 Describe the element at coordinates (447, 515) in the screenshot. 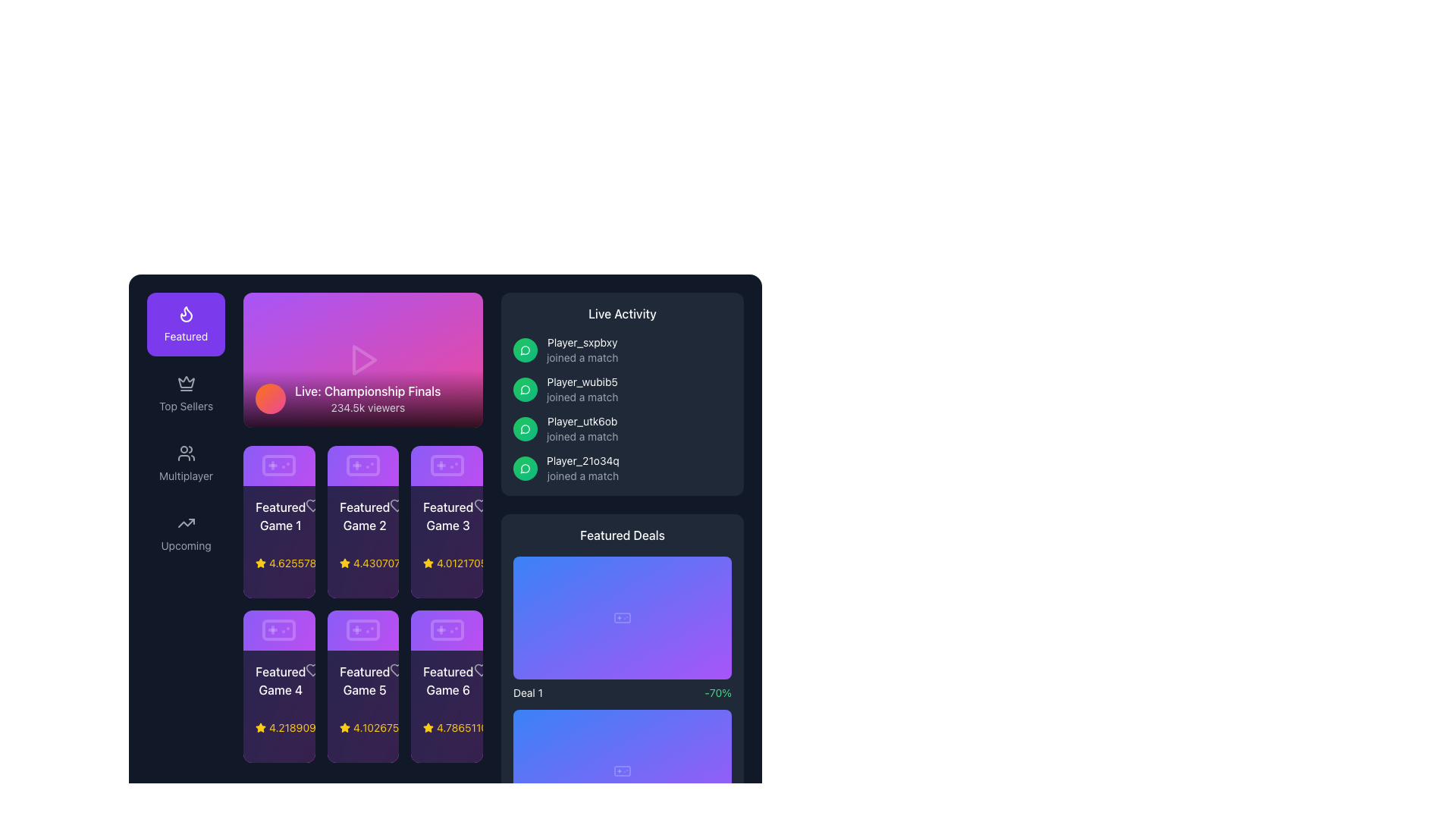

I see `the Static Label displaying 'Featured Game 3', which is part of a card-style layout in the bottom-left section of the interface` at that location.